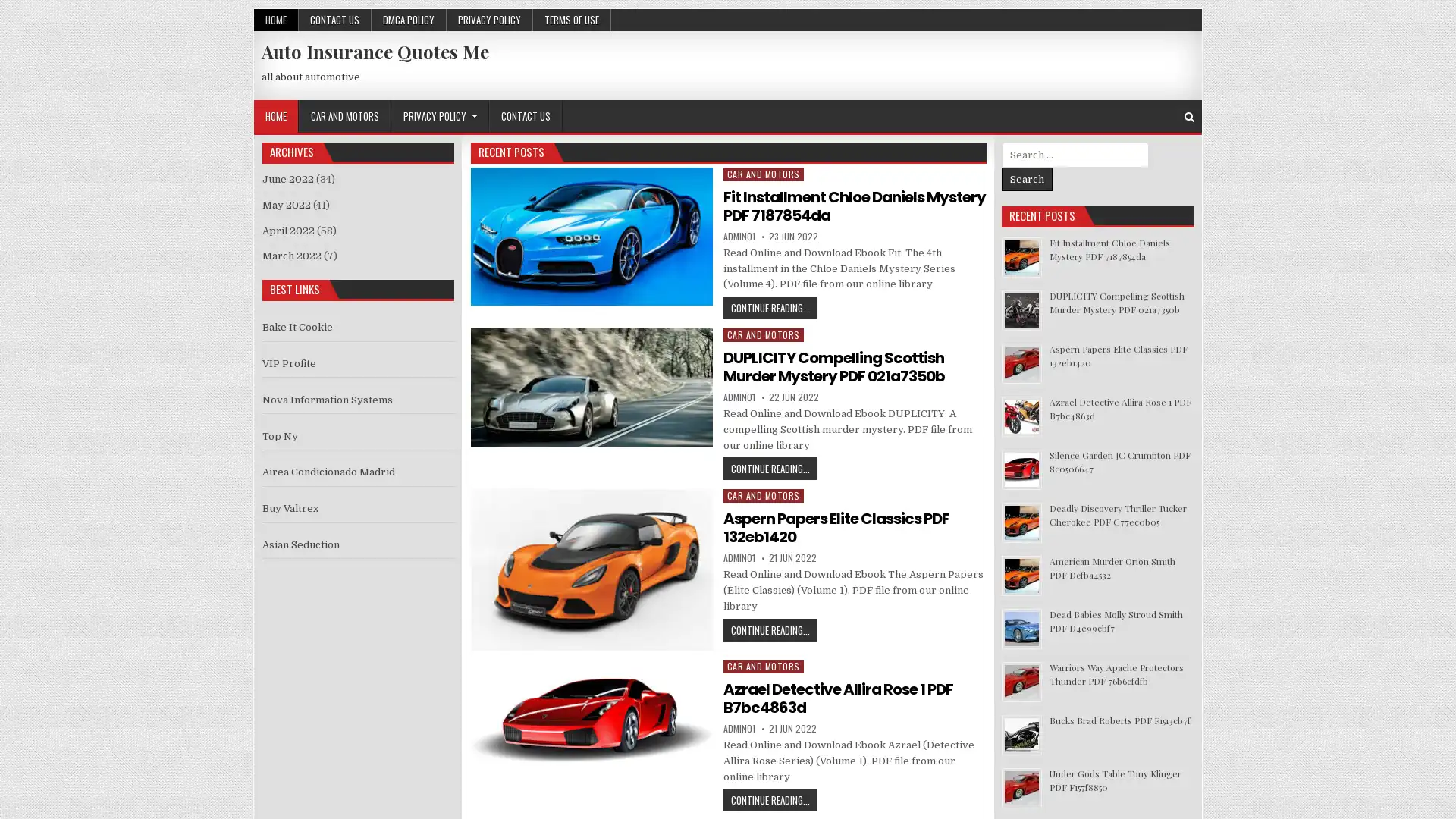 Image resolution: width=1456 pixels, height=819 pixels. Describe the element at coordinates (1027, 178) in the screenshot. I see `Search` at that location.